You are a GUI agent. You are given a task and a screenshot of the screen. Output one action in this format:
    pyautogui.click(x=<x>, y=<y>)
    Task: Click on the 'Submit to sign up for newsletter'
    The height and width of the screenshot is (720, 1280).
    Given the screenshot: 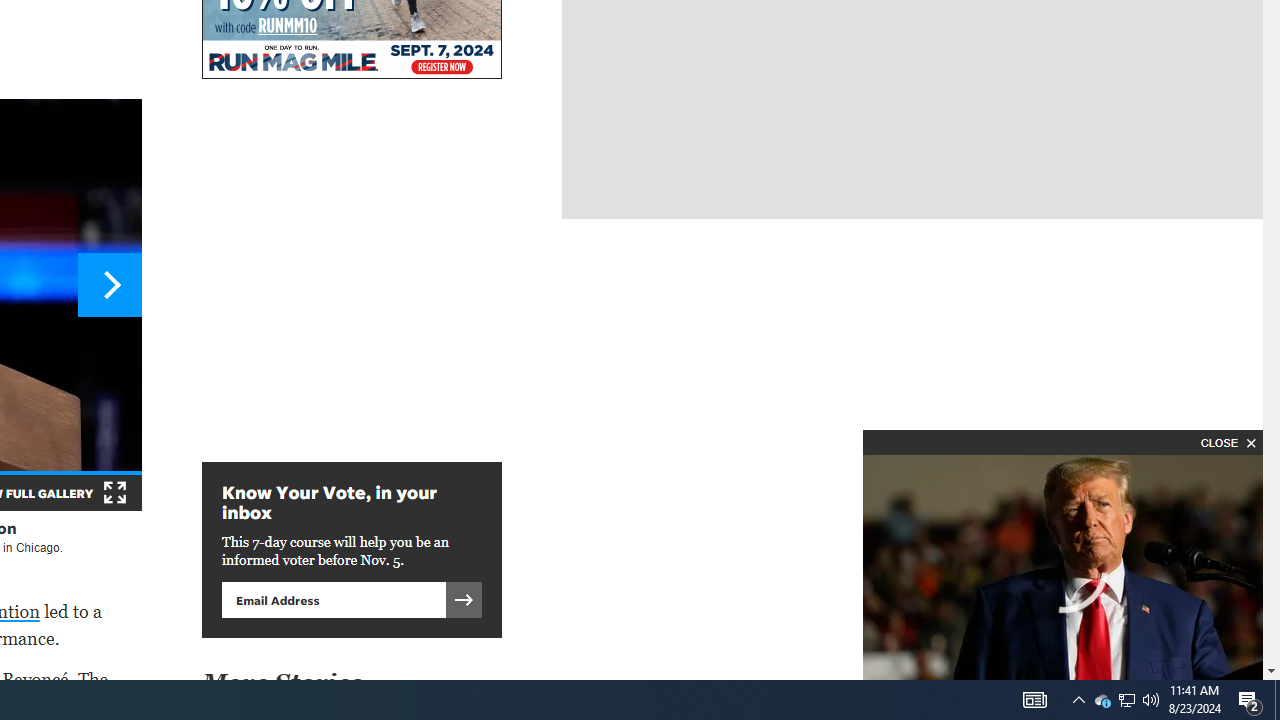 What is the action you would take?
    pyautogui.click(x=463, y=598)
    